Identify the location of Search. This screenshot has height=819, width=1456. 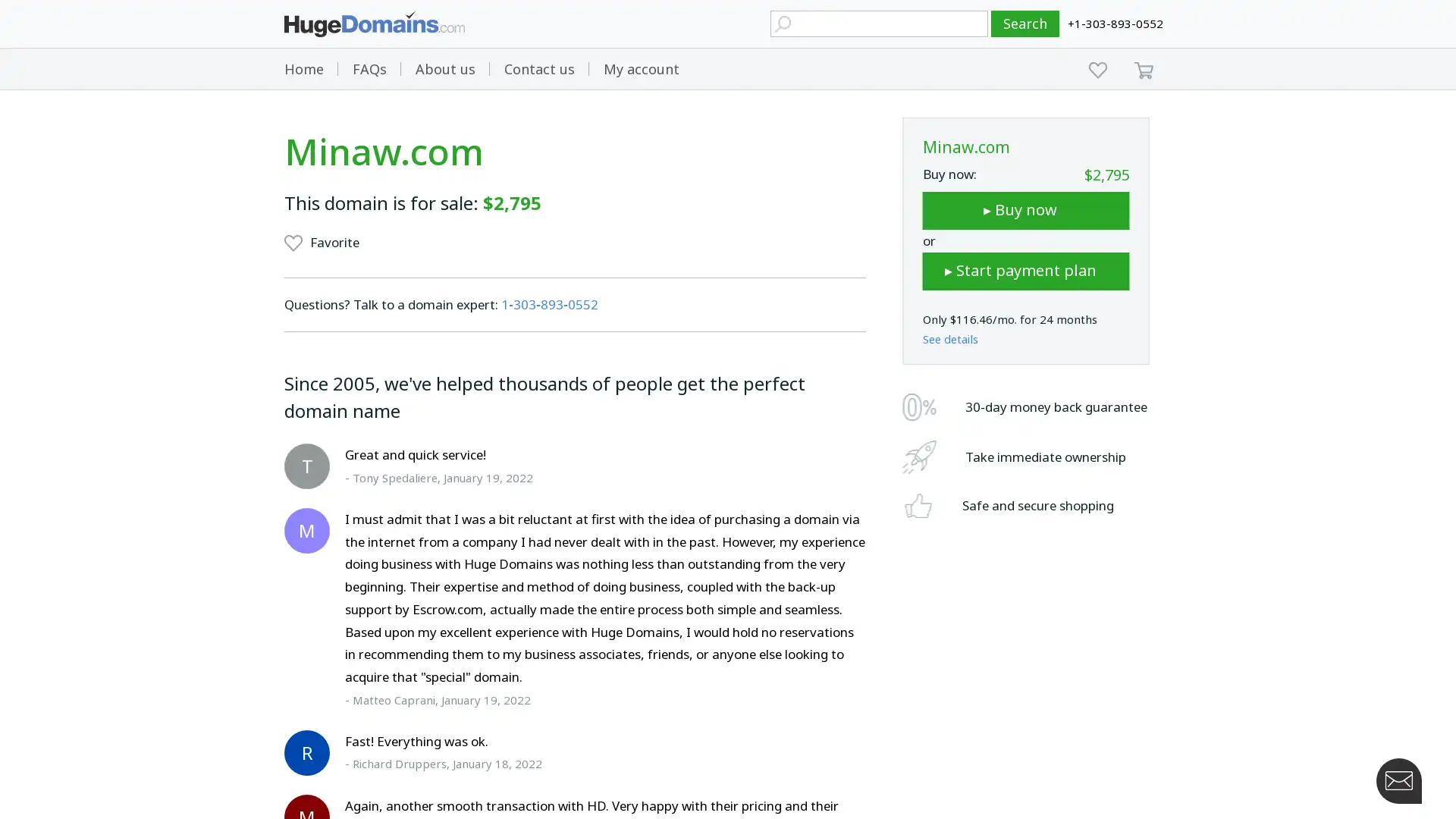
(1025, 24).